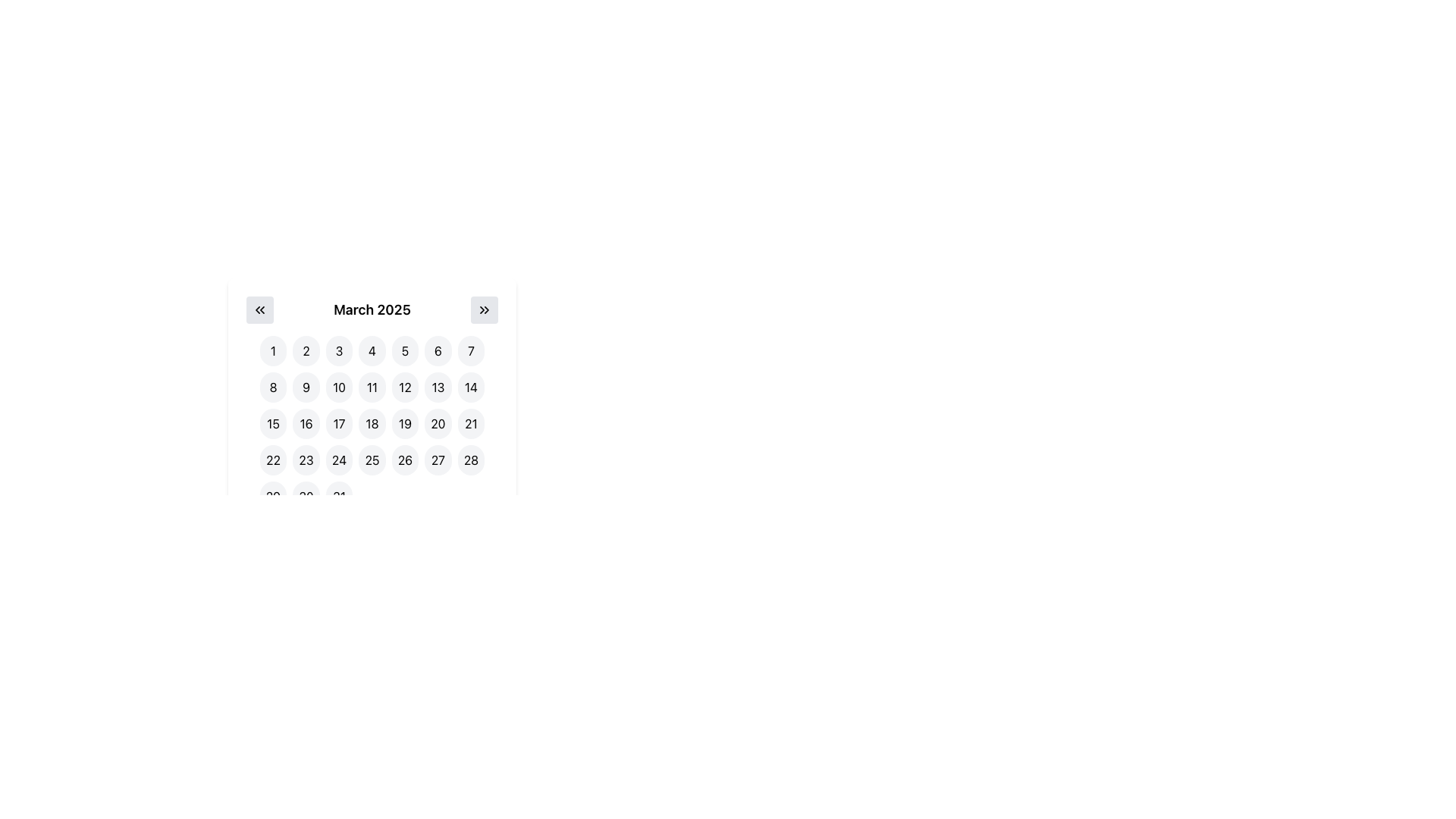 The image size is (1456, 819). Describe the element at coordinates (470, 459) in the screenshot. I see `the rounded button with a light gray background containing the text '28'` at that location.